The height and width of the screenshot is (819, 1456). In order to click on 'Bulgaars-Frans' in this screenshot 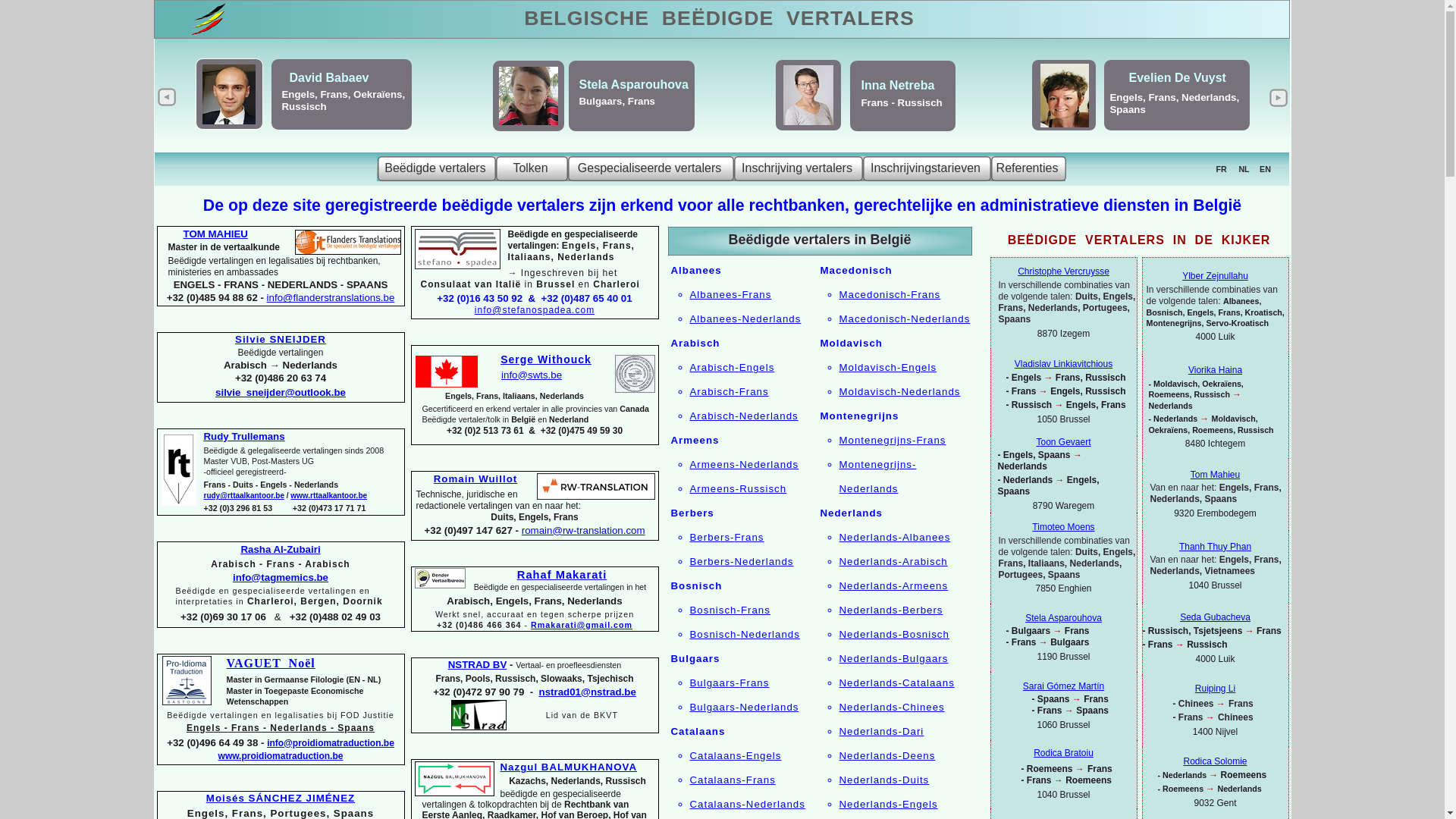, I will do `click(689, 682)`.